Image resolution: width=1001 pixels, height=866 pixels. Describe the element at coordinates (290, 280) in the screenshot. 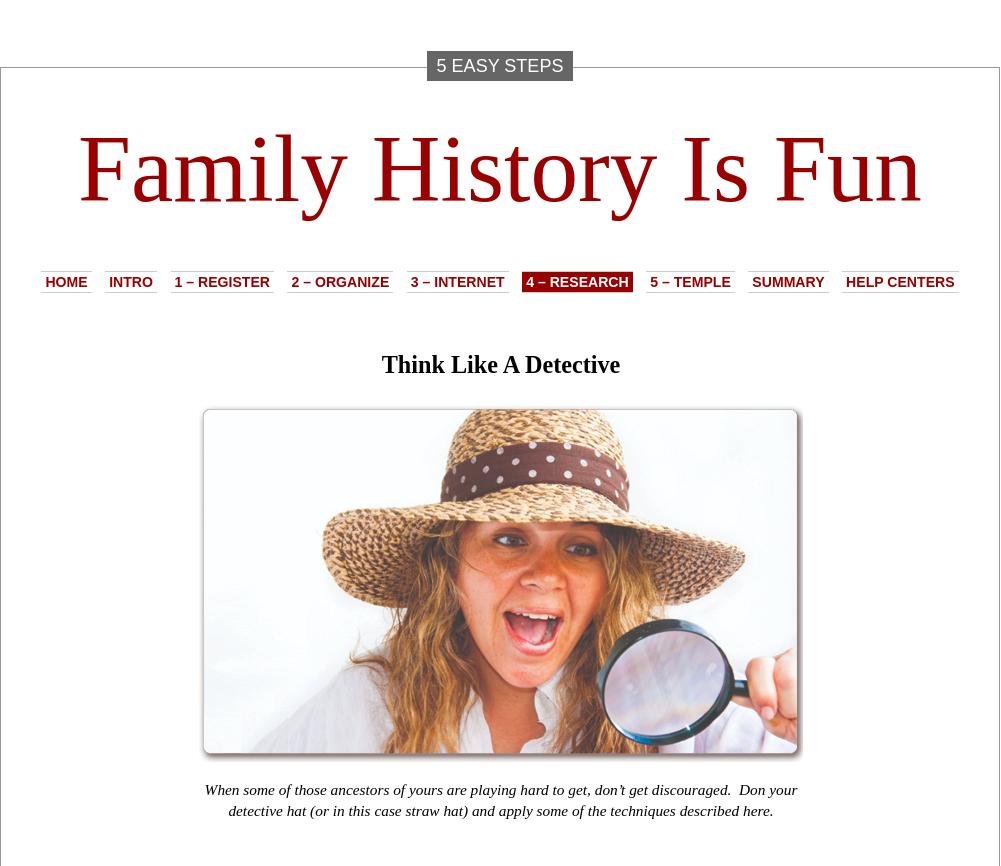

I see `'2 – Organize'` at that location.